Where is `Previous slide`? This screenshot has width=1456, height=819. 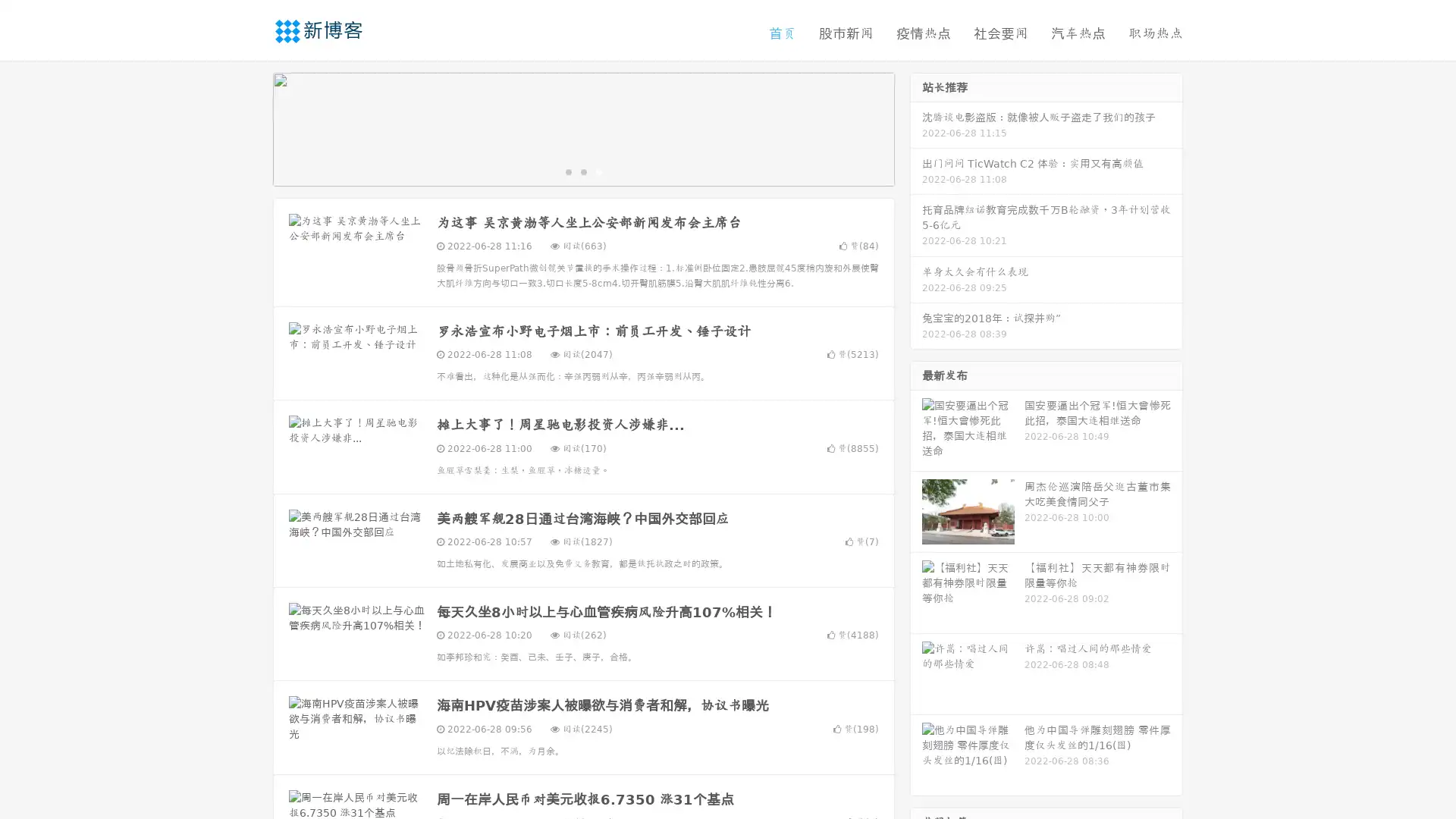 Previous slide is located at coordinates (250, 127).